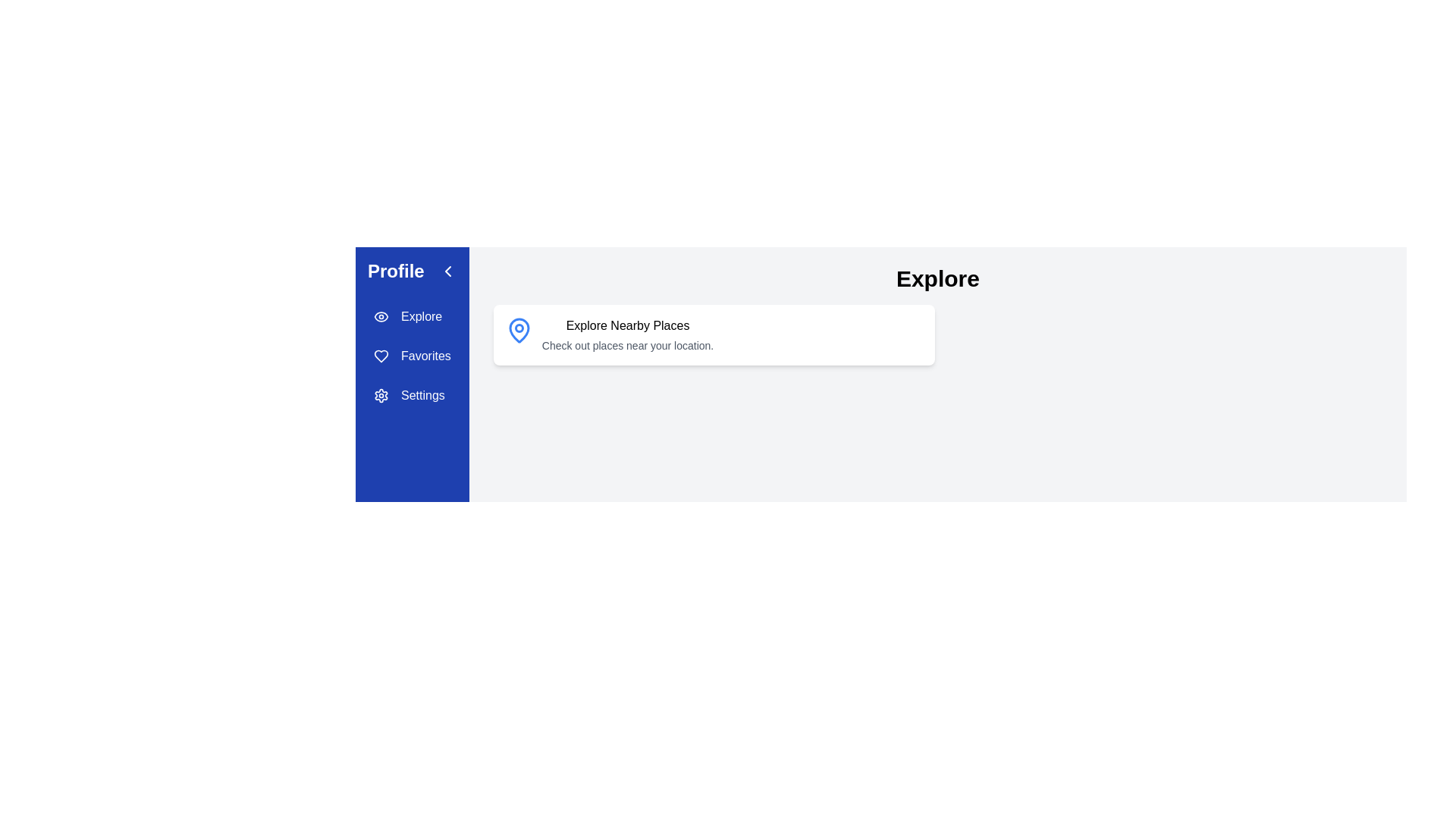 The height and width of the screenshot is (819, 1456). I want to click on the decorative Icon component within the location pin graphic on the left side of the 'Explore Nearby Places' card, so click(519, 329).